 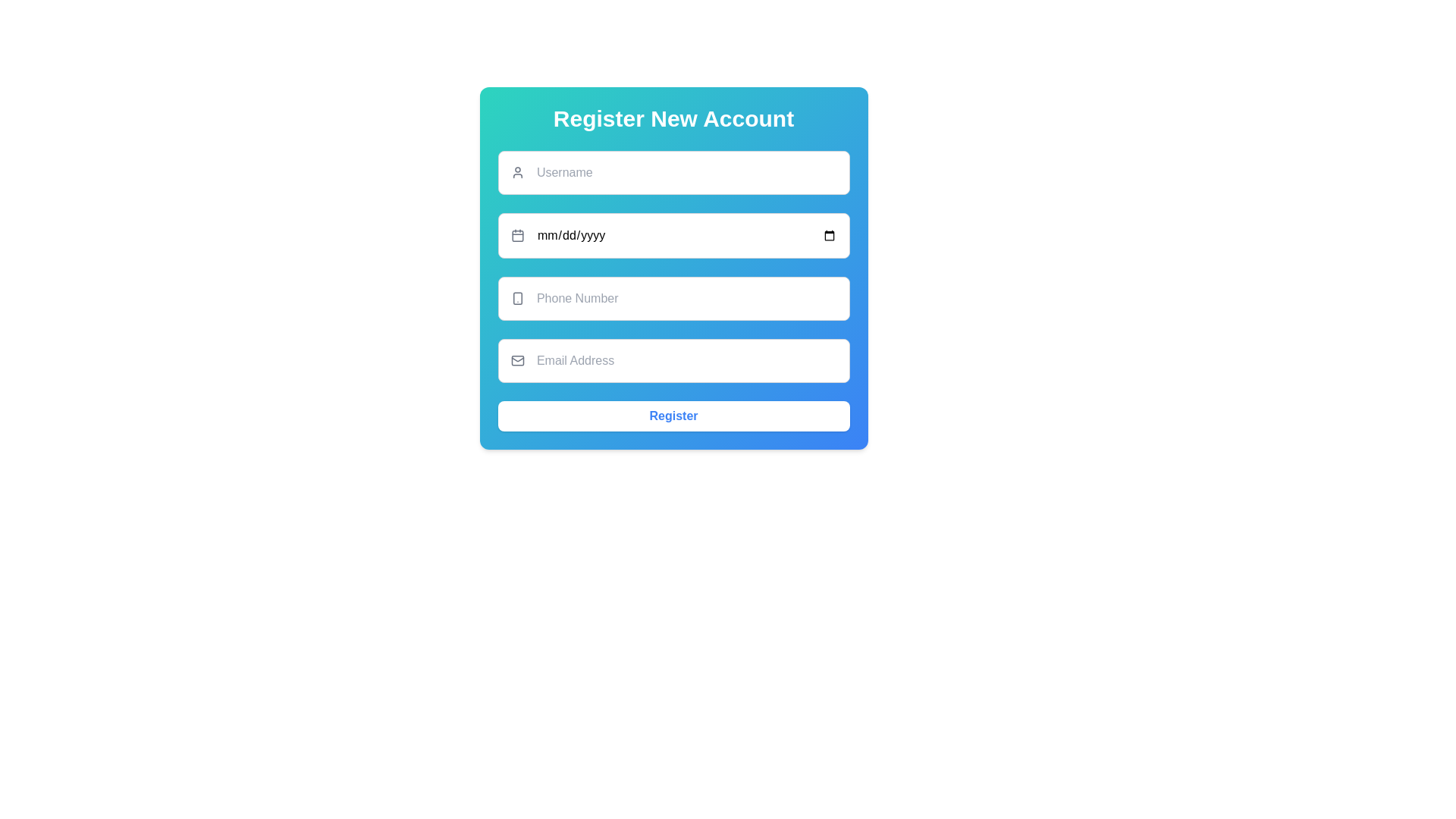 What do you see at coordinates (517, 236) in the screenshot?
I see `the calendar icon located to the left of the 'mm/dd/yyyy' text field in the second input group of the registration form` at bounding box center [517, 236].